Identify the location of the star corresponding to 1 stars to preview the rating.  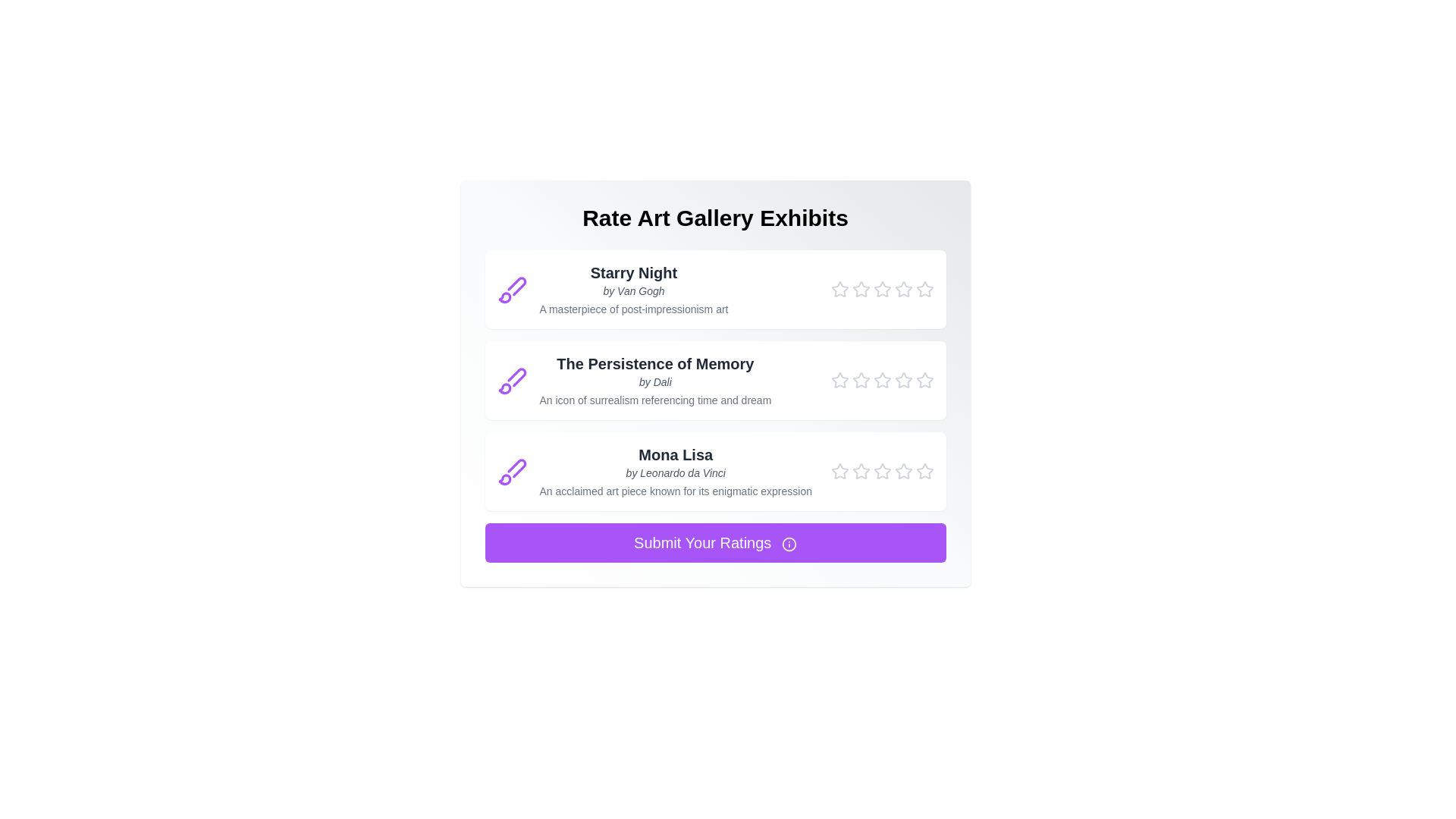
(839, 289).